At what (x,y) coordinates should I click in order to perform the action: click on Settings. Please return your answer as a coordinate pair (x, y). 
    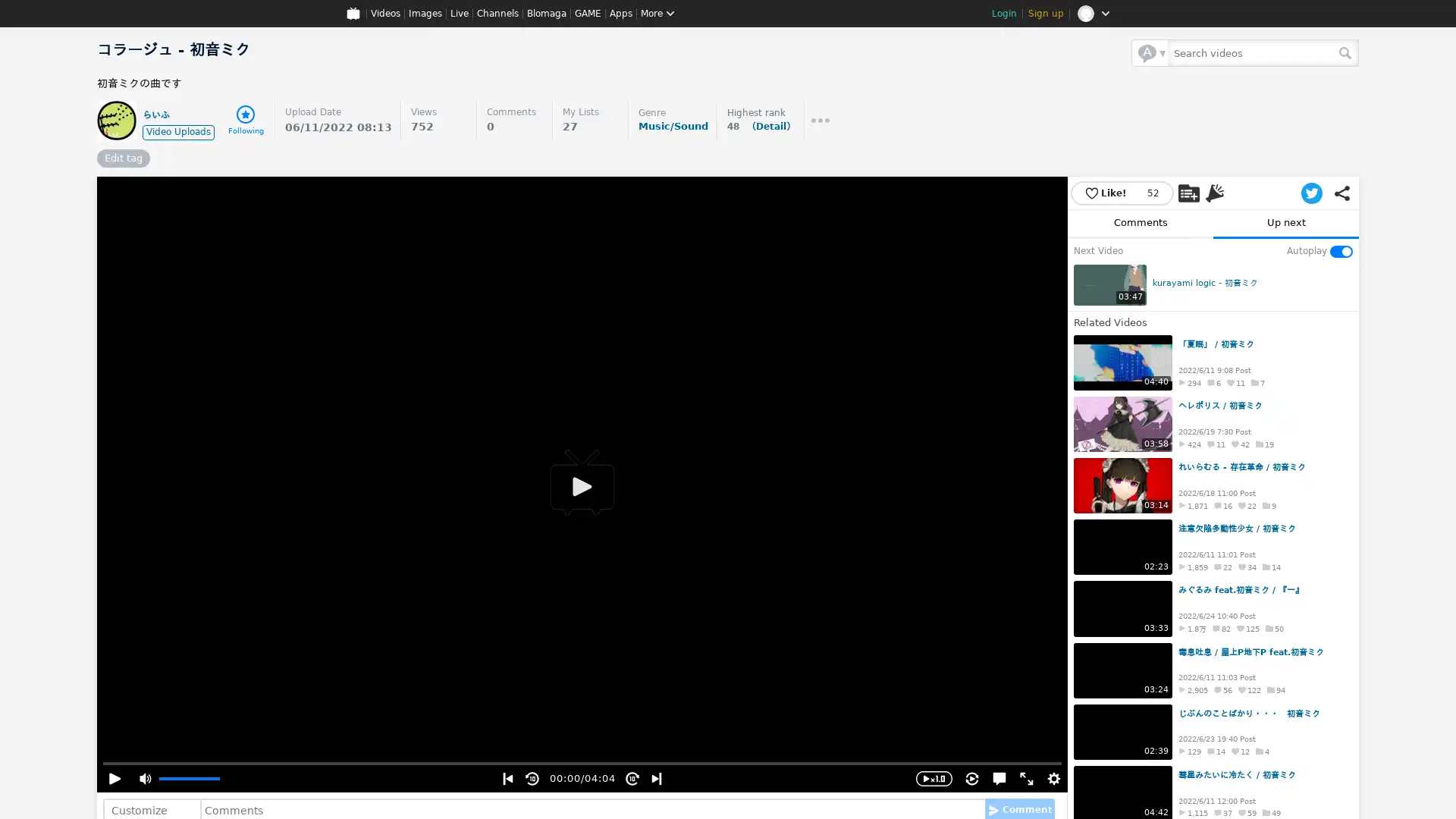
    Looking at the image, I should click on (1053, 778).